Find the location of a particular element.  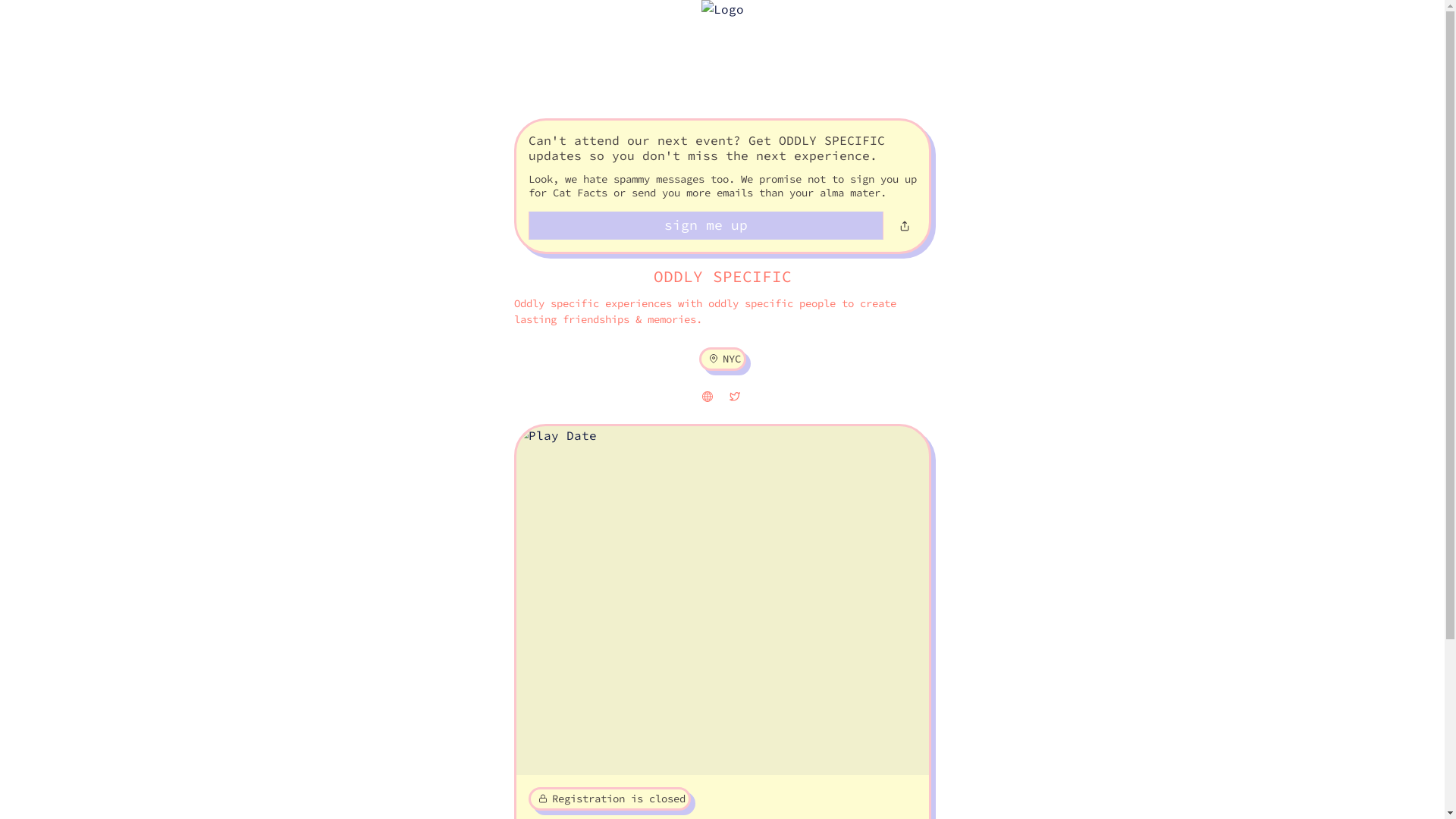

'sign me up' is located at coordinates (704, 225).